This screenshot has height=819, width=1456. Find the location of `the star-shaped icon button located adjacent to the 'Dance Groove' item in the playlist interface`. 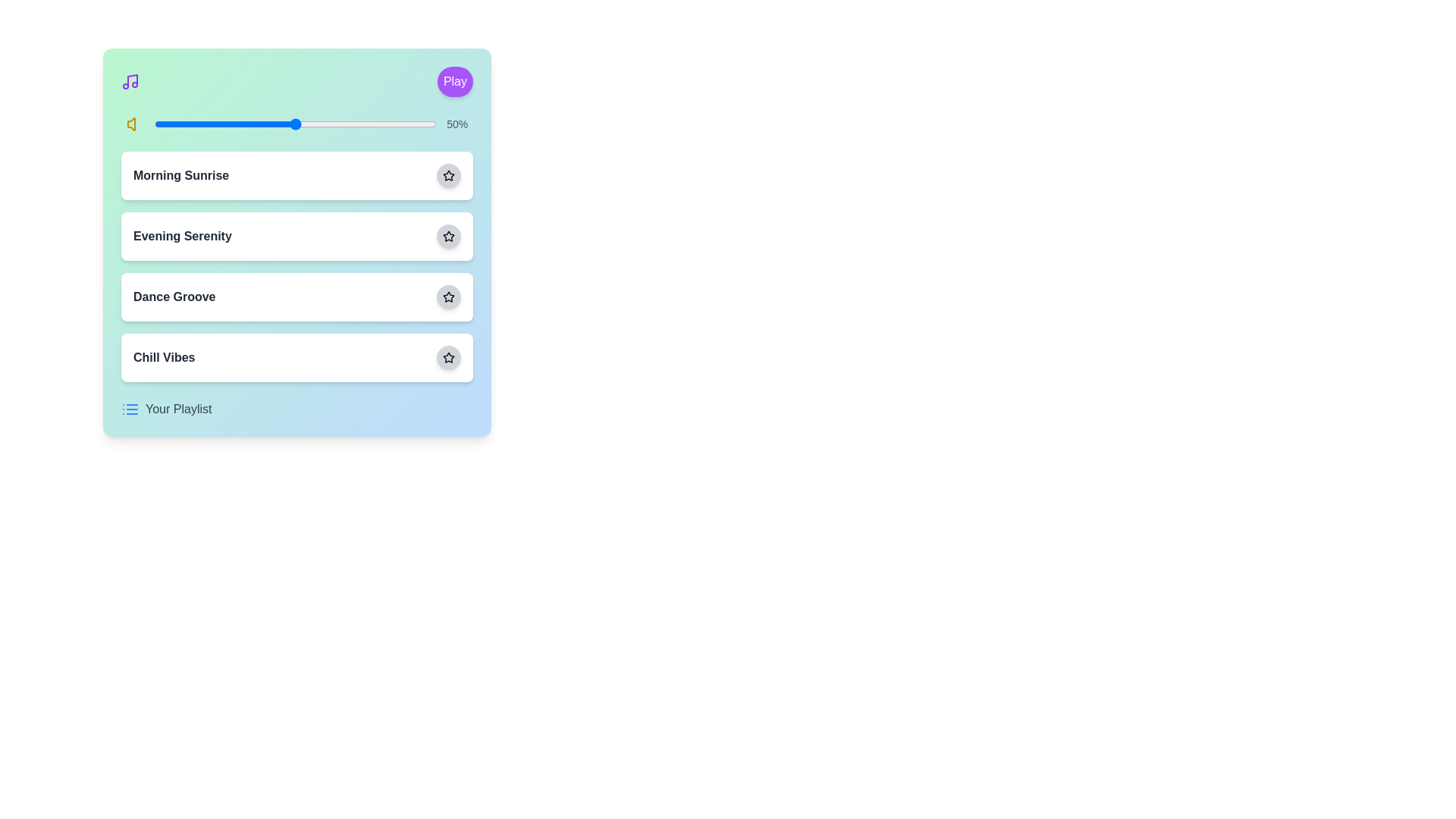

the star-shaped icon button located adjacent to the 'Dance Groove' item in the playlist interface is located at coordinates (447, 297).